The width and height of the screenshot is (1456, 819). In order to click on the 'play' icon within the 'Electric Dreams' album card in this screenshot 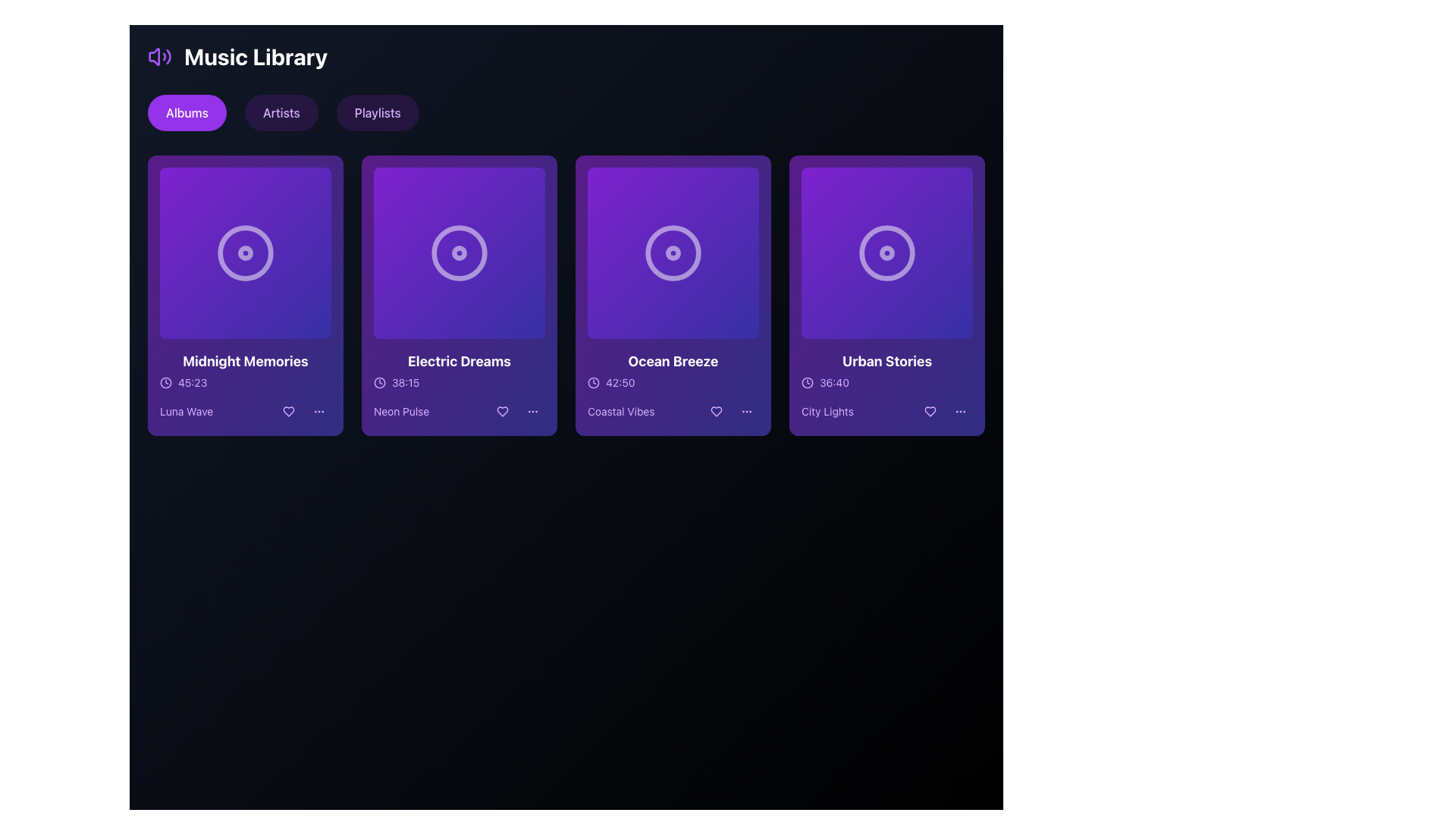, I will do `click(460, 253)`.